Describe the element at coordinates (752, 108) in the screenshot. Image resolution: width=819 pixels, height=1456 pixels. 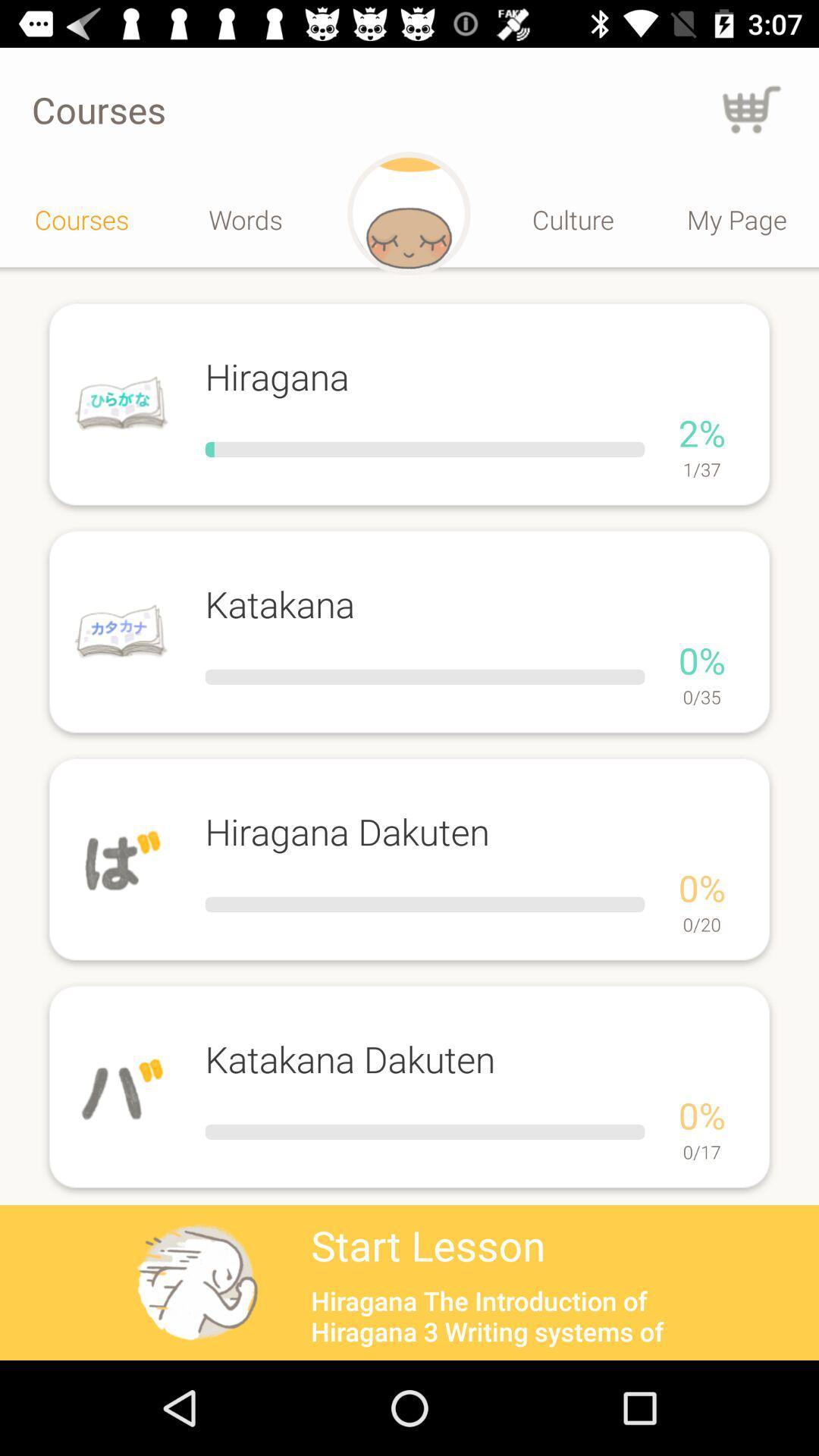
I see `go back` at that location.